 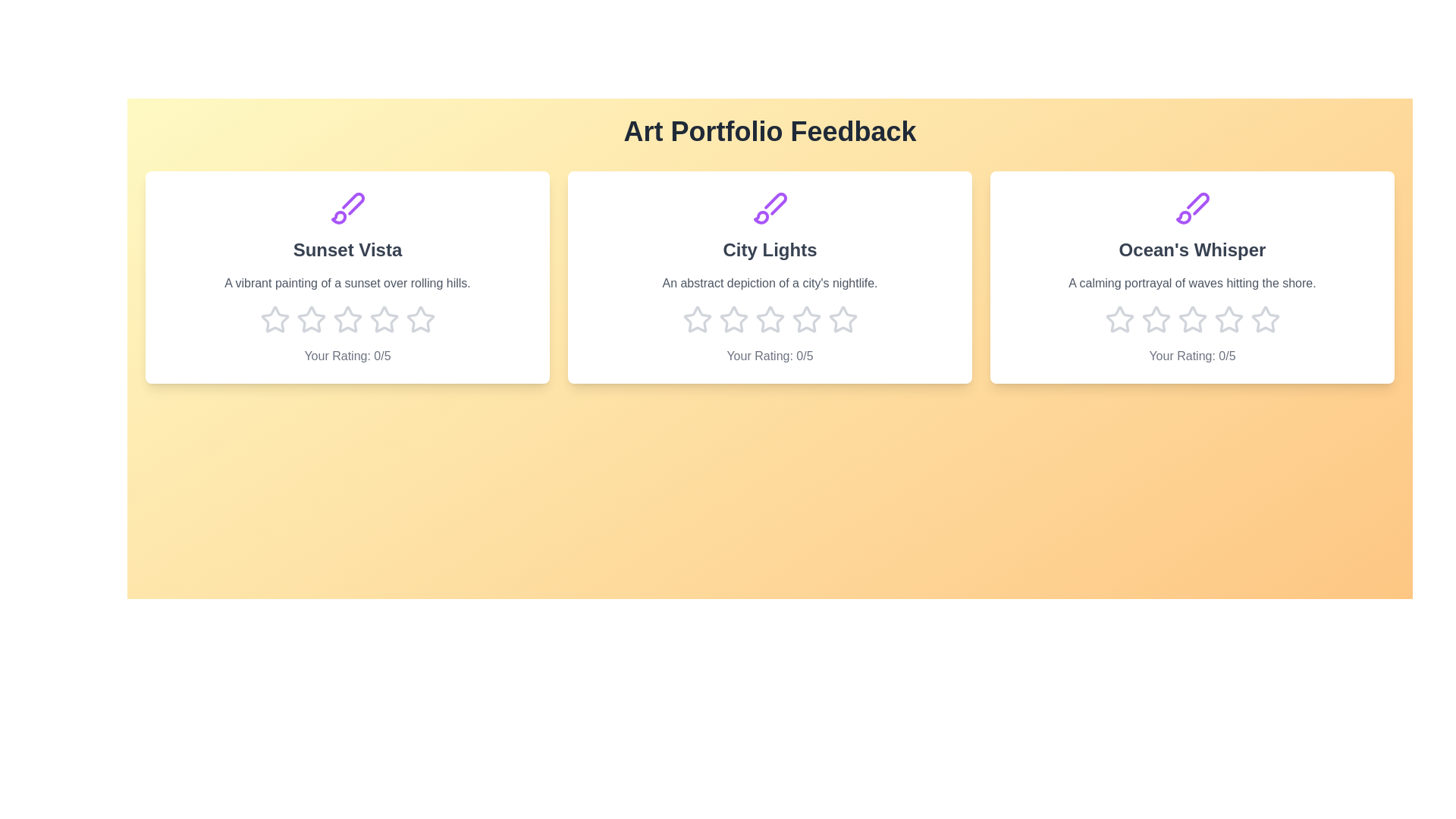 What do you see at coordinates (1155, 318) in the screenshot?
I see `the star corresponding to 2 stars for the artwork titled 'Ocean's Whisper'` at bounding box center [1155, 318].